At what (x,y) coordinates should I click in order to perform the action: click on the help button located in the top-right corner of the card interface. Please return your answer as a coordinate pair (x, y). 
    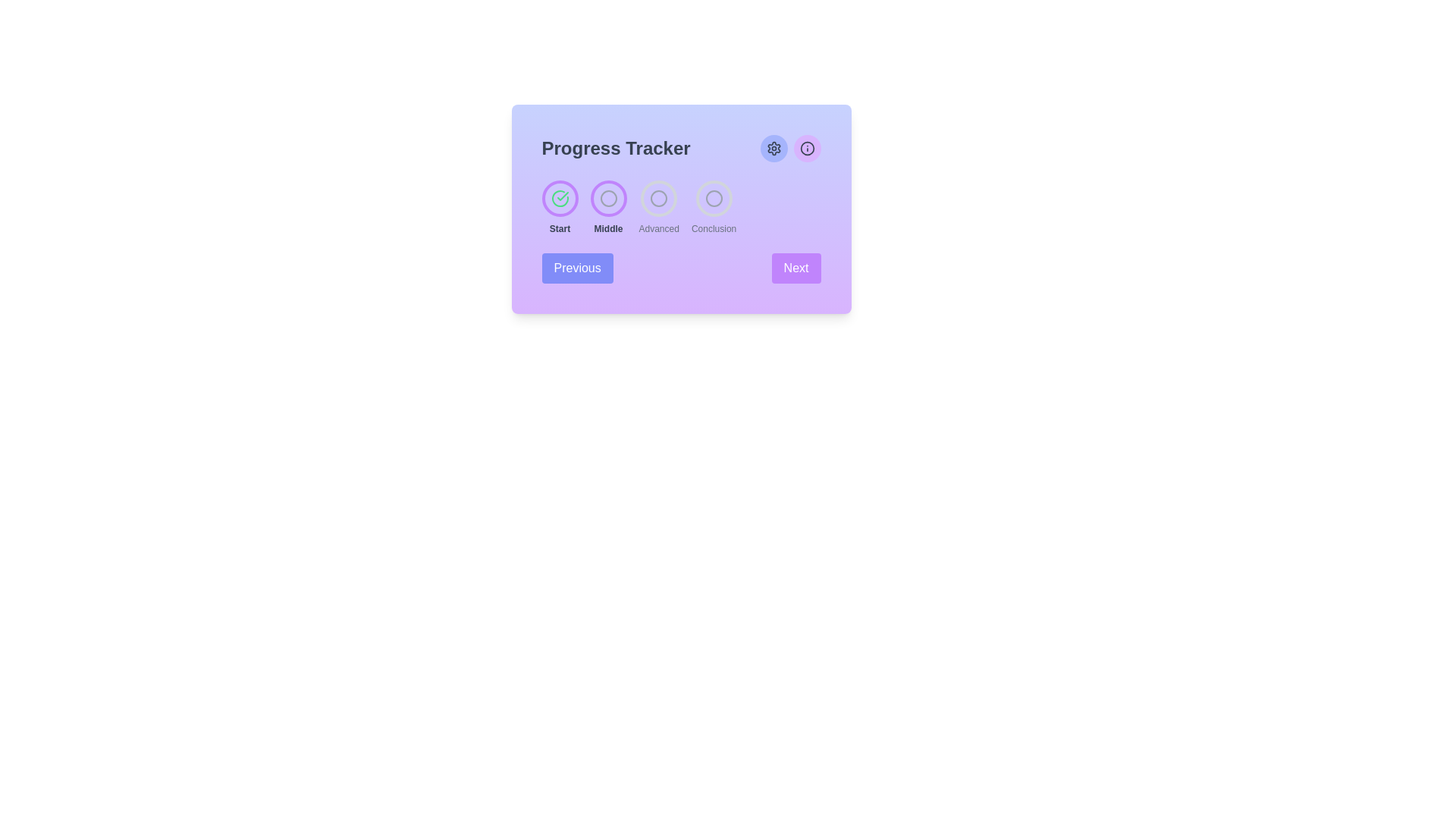
    Looking at the image, I should click on (806, 149).